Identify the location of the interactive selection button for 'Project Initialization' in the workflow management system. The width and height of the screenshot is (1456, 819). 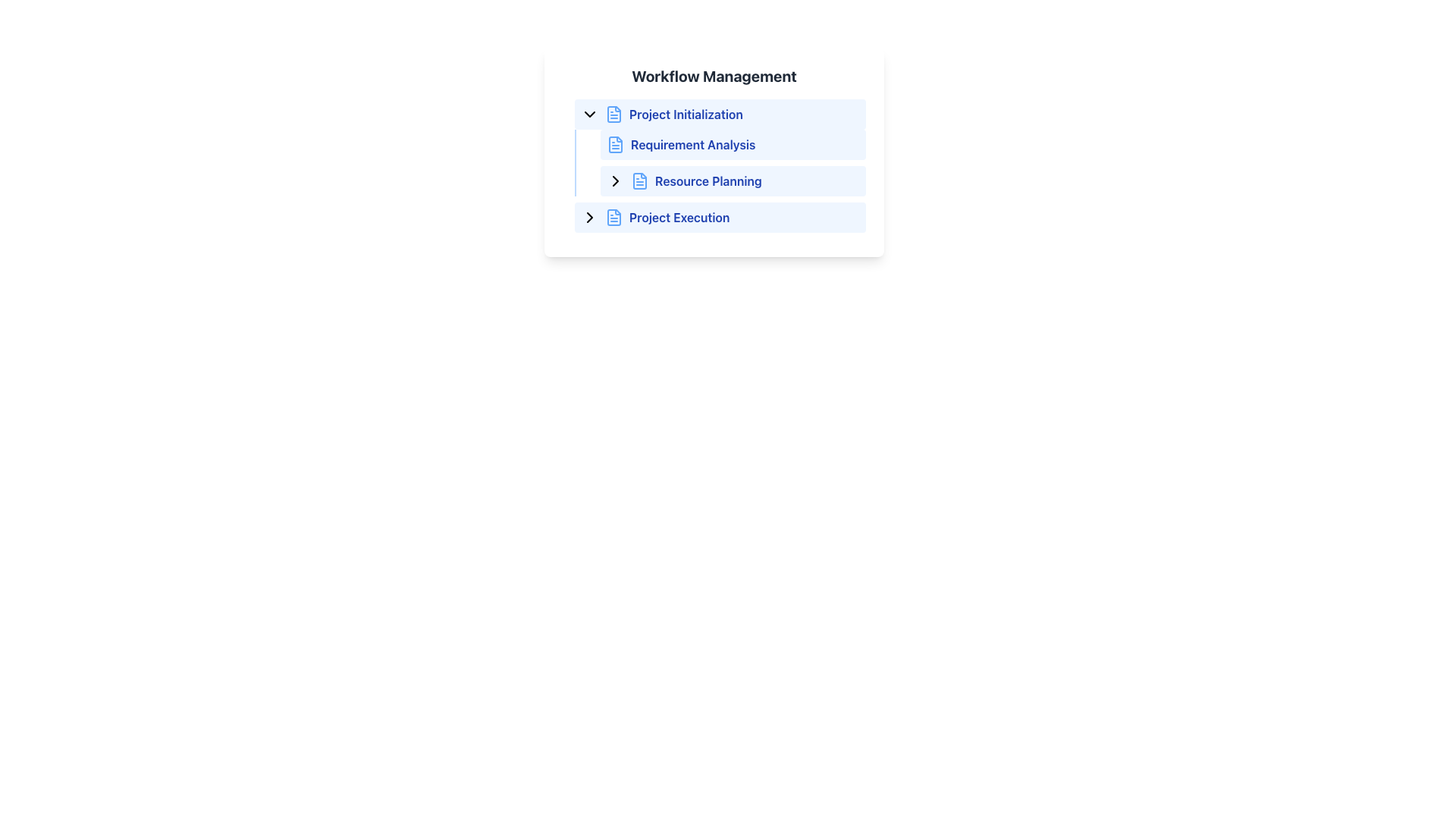
(720, 113).